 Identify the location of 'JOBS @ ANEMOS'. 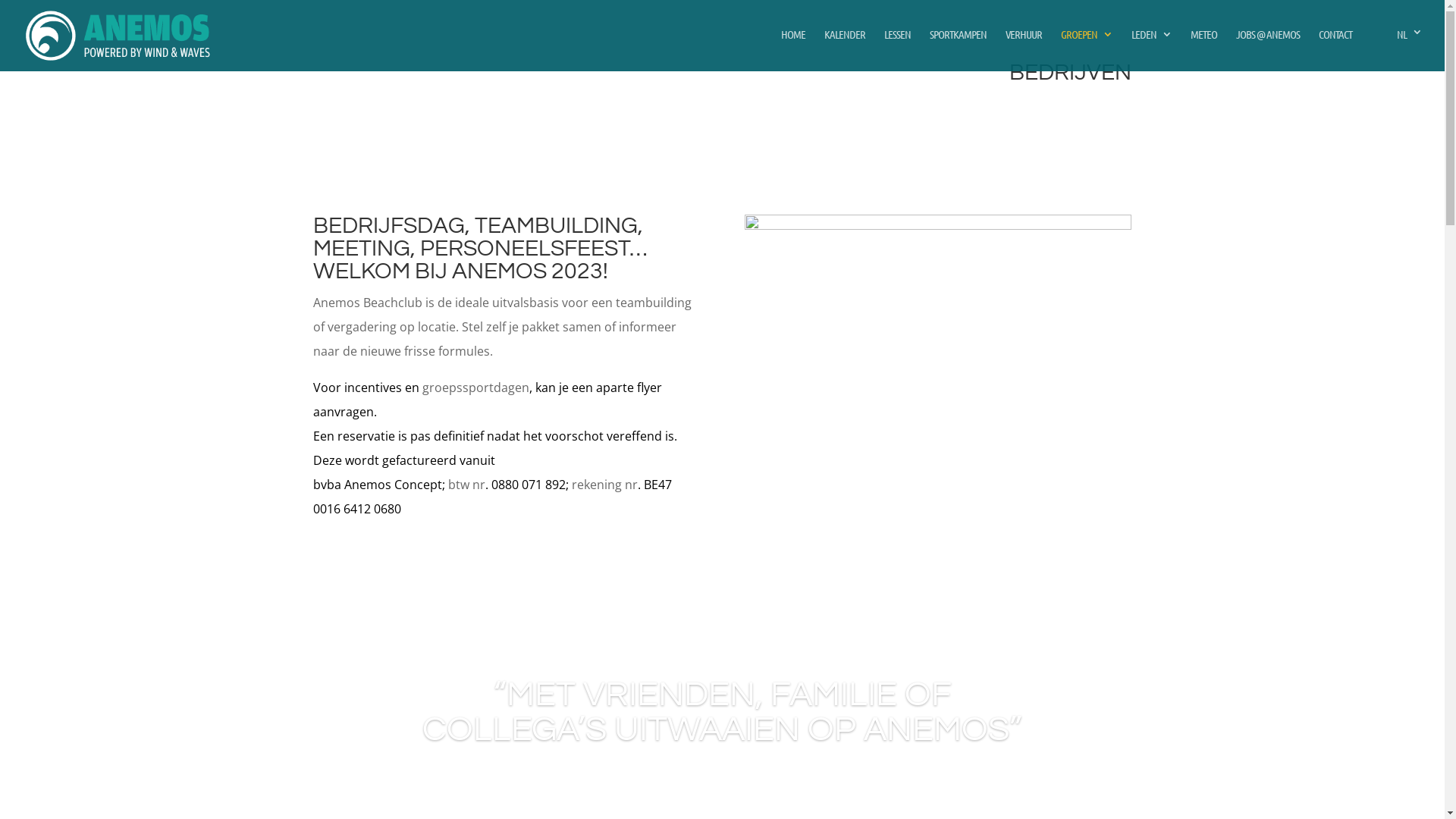
(1267, 46).